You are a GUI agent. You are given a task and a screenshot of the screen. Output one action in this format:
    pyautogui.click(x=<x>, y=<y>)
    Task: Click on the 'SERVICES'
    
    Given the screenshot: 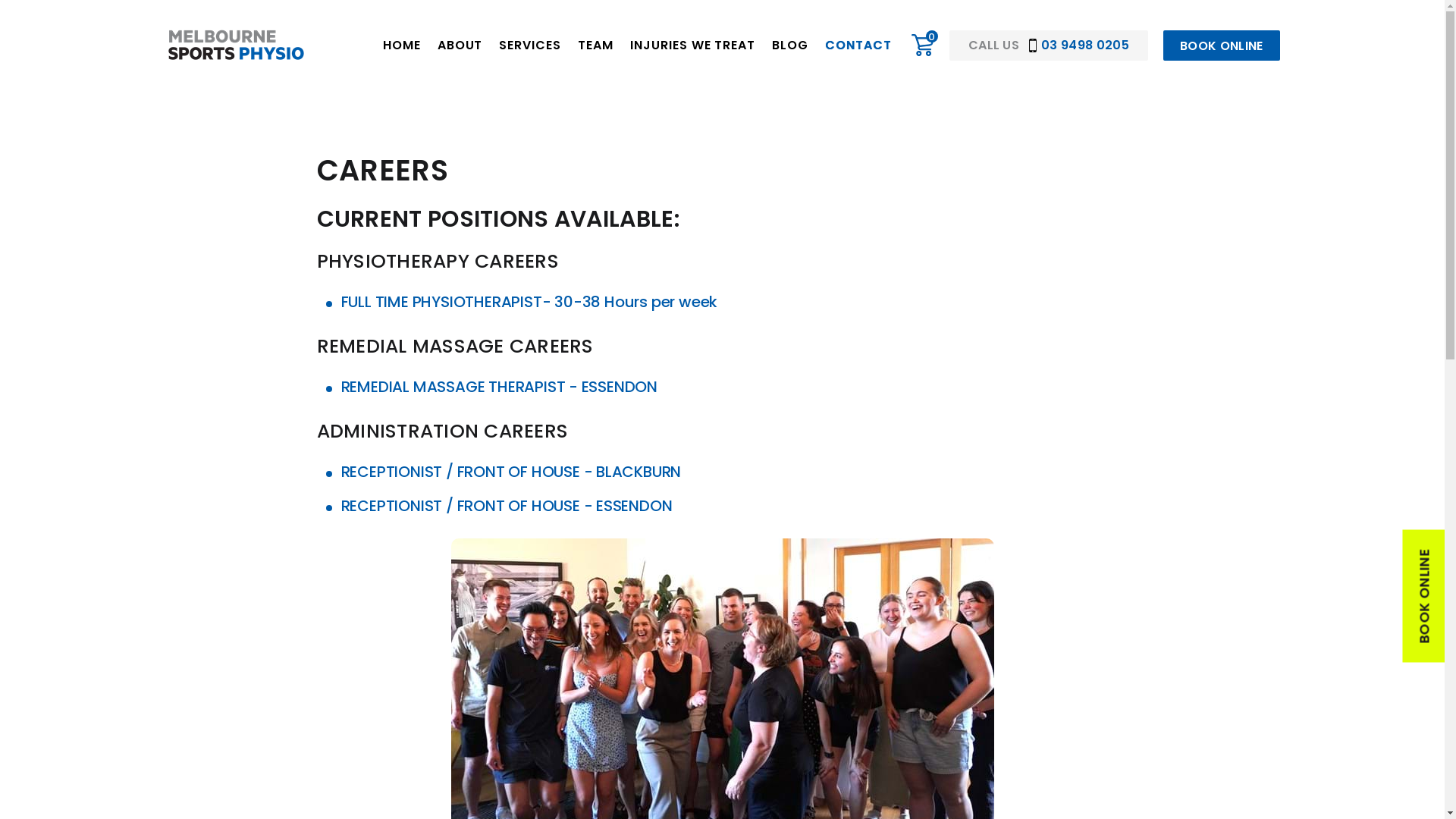 What is the action you would take?
    pyautogui.click(x=530, y=45)
    